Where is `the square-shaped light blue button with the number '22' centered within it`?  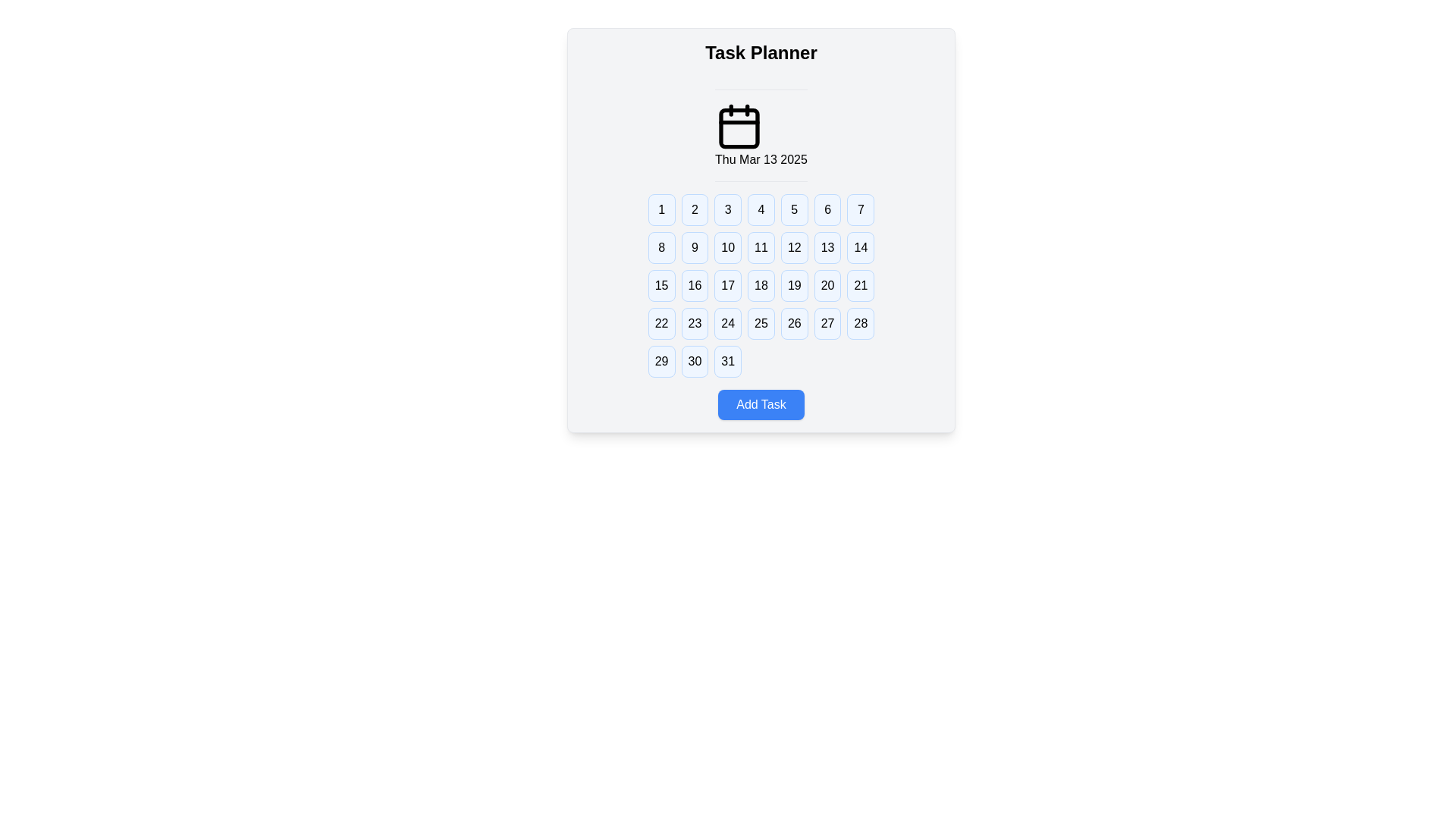 the square-shaped light blue button with the number '22' centered within it is located at coordinates (661, 323).